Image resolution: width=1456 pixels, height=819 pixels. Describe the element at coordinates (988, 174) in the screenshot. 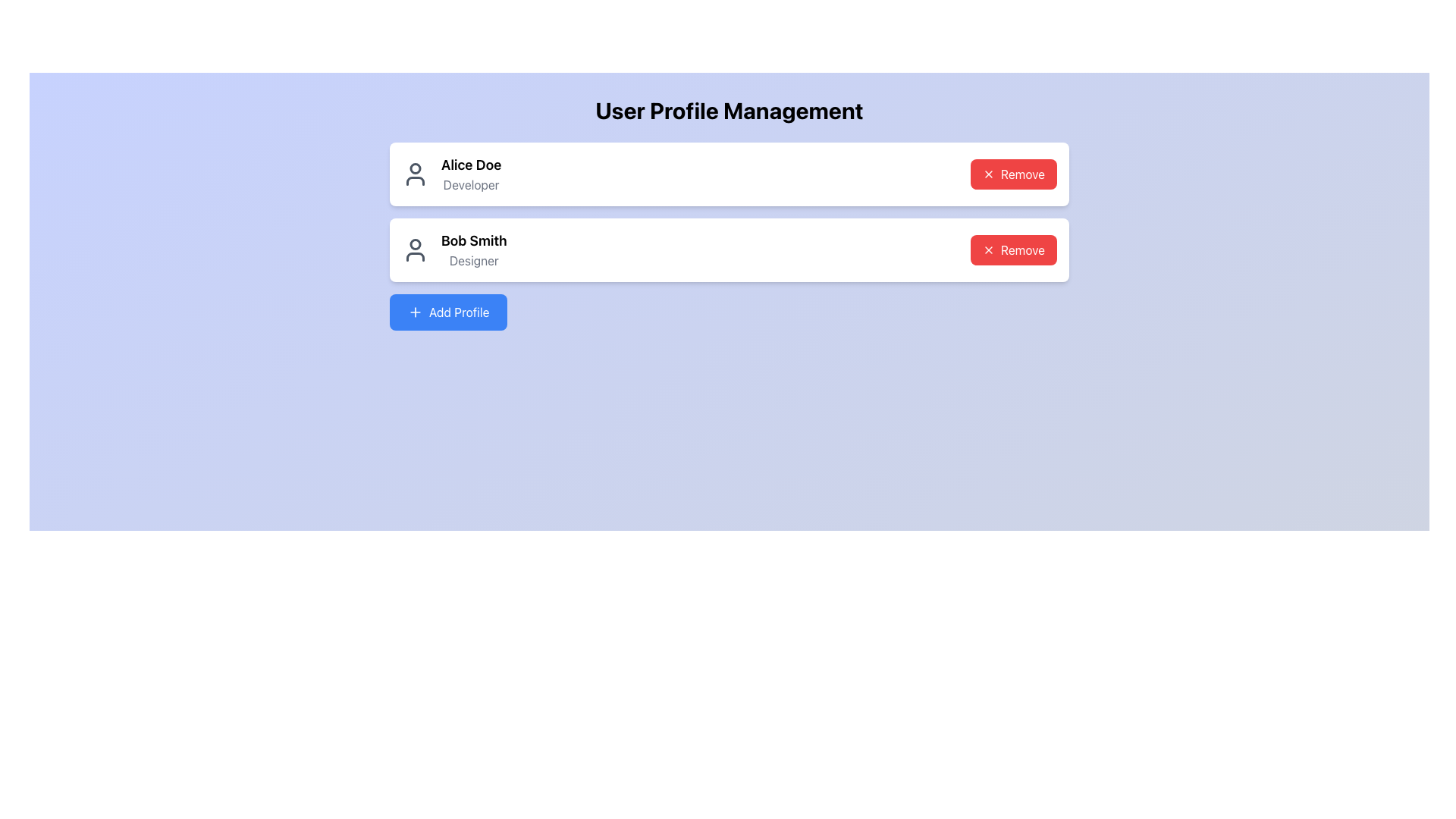

I see `the close icon located within the 'Remove' button in the profile section for 'Alice Doe', positioned to the left of the 'Remove' text` at that location.